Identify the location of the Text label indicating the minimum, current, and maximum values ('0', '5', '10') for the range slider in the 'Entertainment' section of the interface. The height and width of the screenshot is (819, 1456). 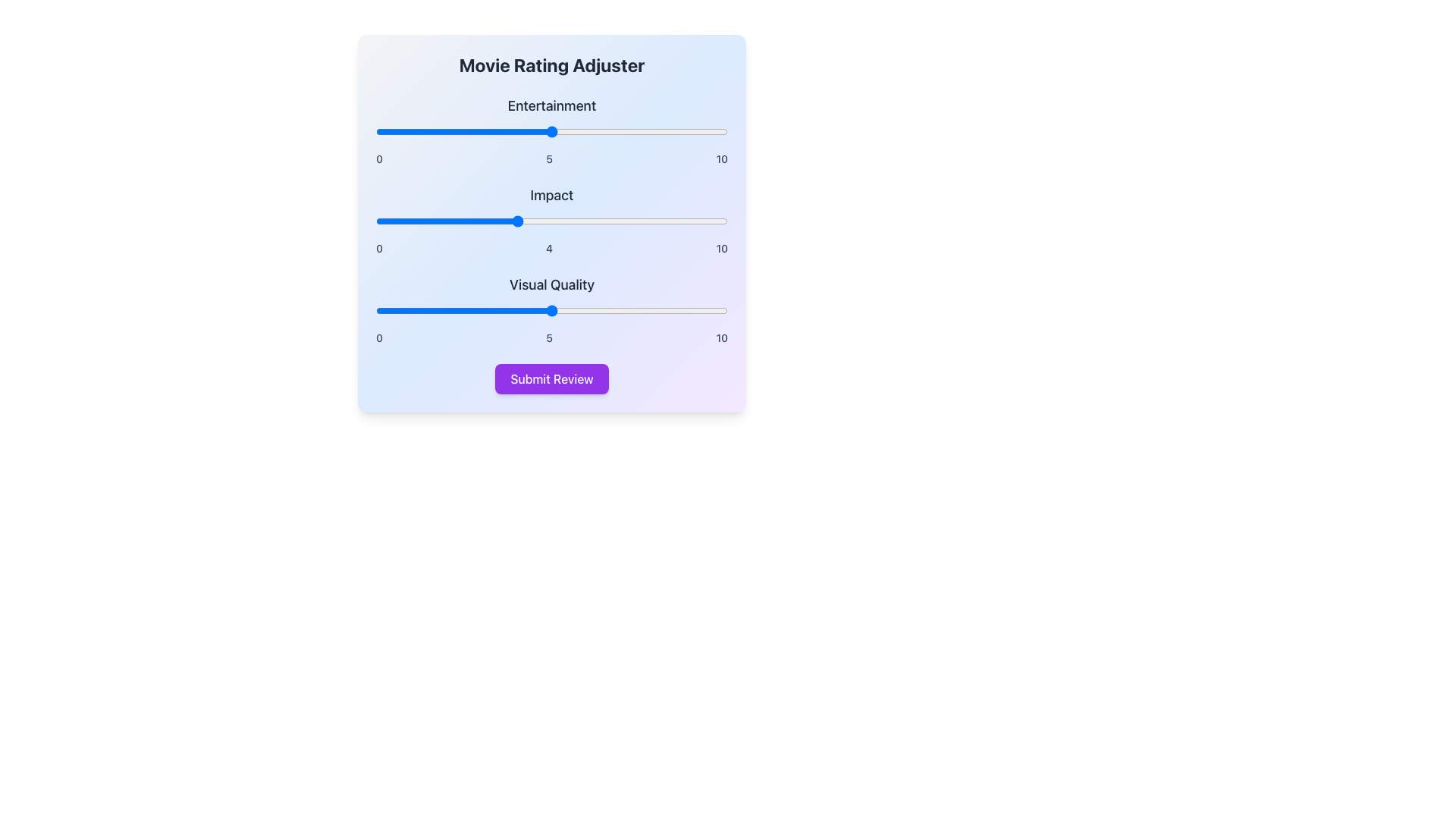
(551, 158).